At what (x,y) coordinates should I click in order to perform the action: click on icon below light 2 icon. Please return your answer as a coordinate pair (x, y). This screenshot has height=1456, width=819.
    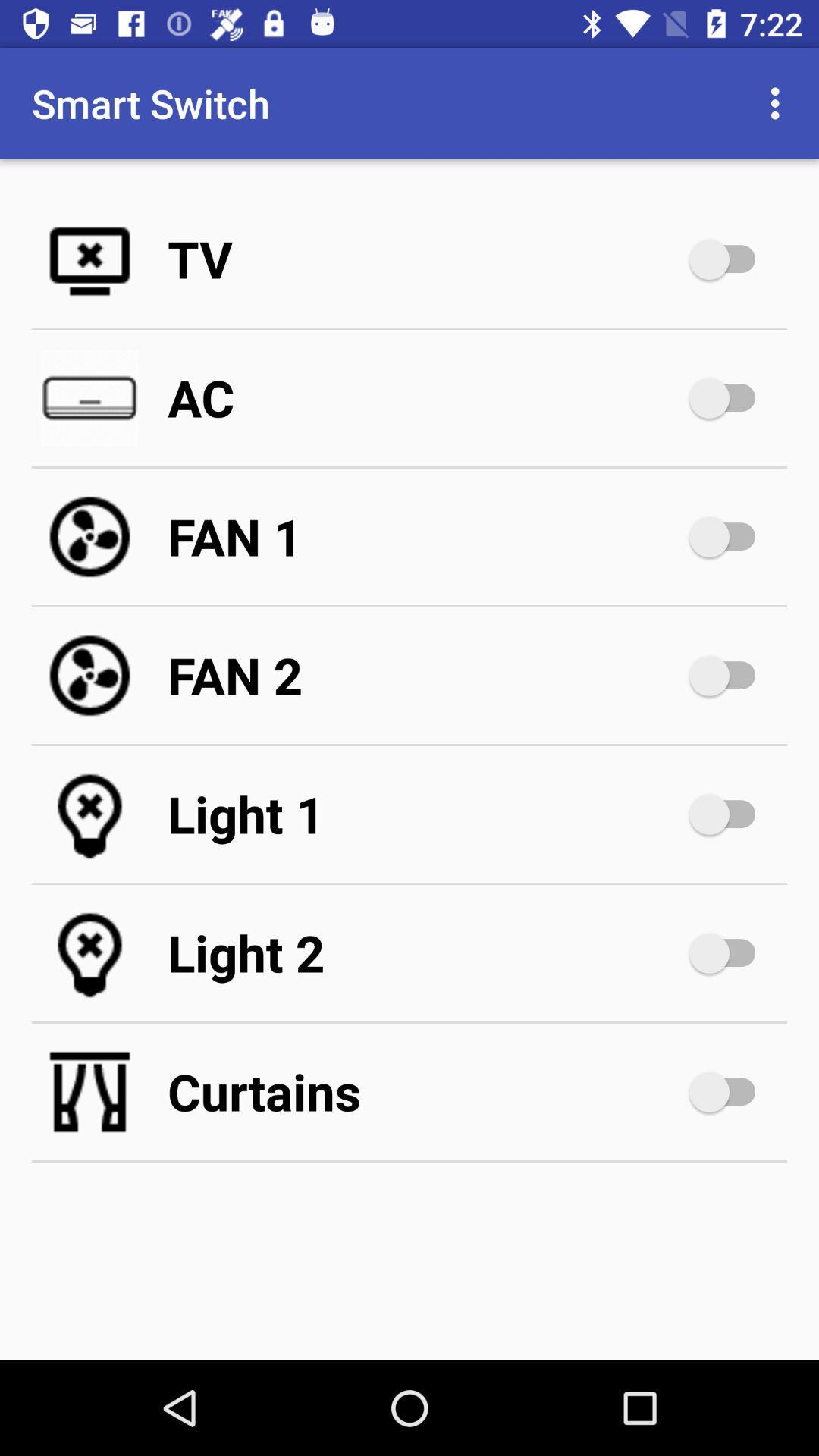
    Looking at the image, I should click on (425, 1092).